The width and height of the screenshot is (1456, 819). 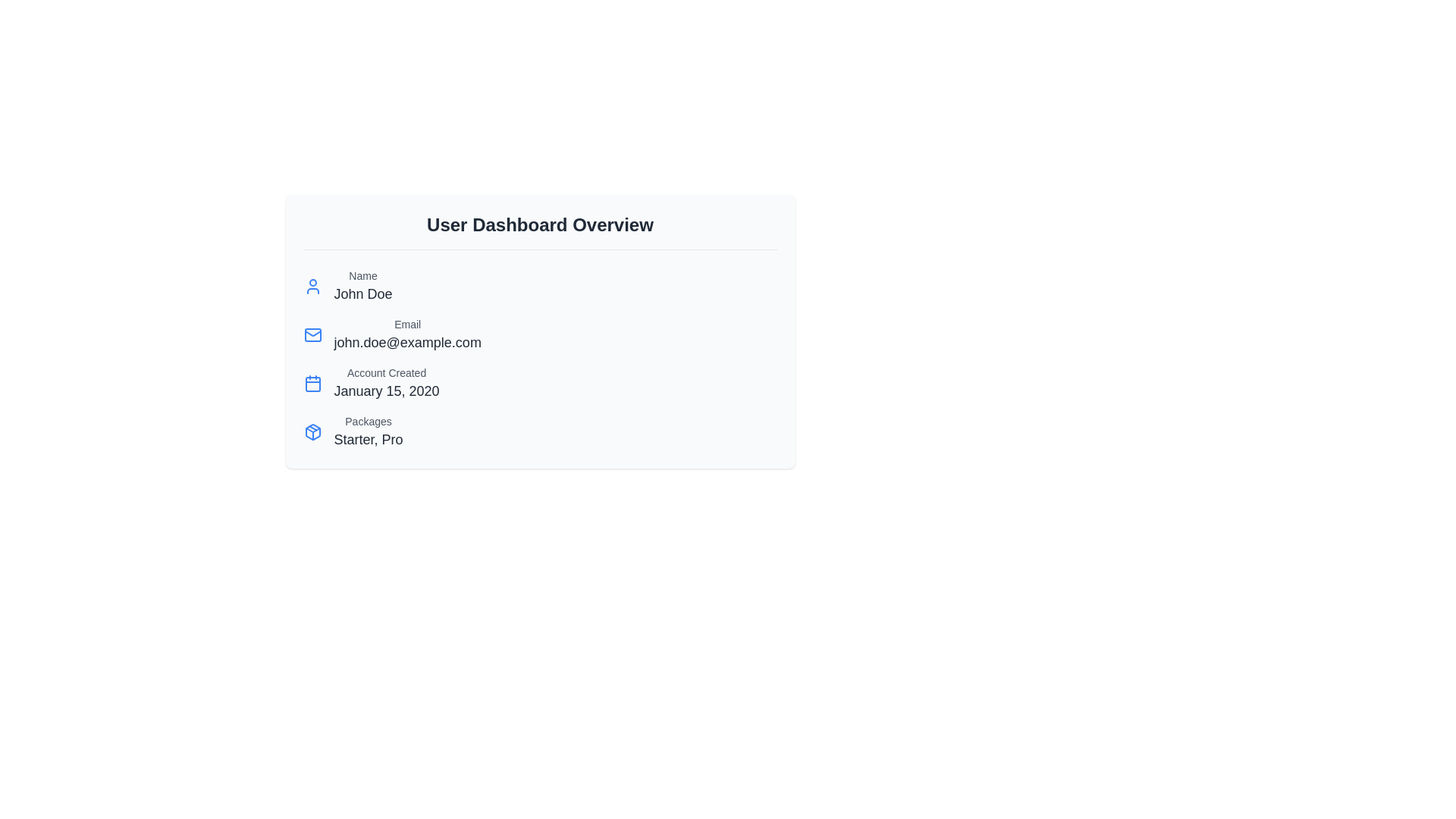 What do you see at coordinates (407, 342) in the screenshot?
I see `the text label displaying the user's email address, which is located within the 'Email' field of the user dashboard interface, directly below the 'Email' label` at bounding box center [407, 342].